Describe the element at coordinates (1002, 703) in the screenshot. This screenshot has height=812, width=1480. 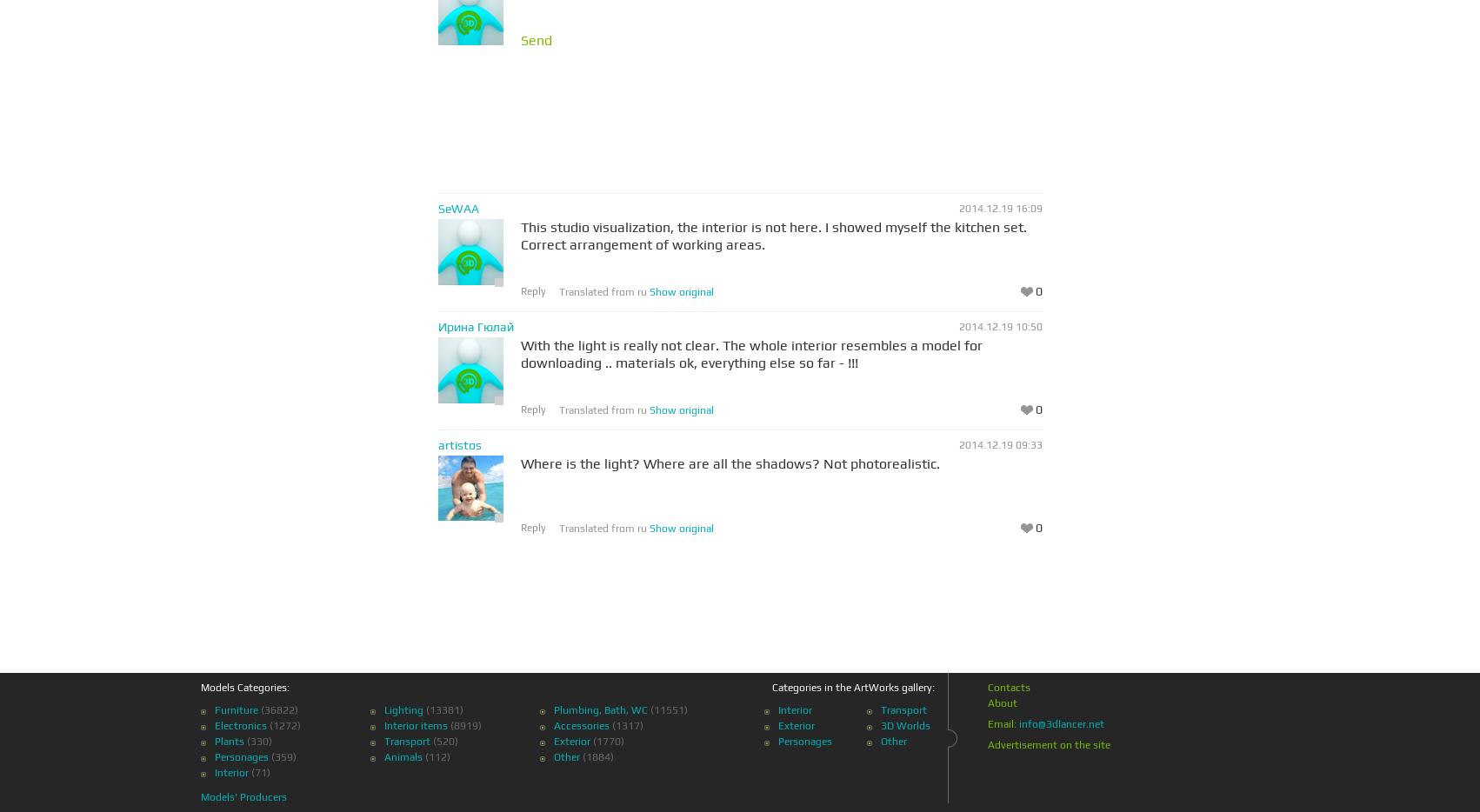
I see `'About'` at that location.